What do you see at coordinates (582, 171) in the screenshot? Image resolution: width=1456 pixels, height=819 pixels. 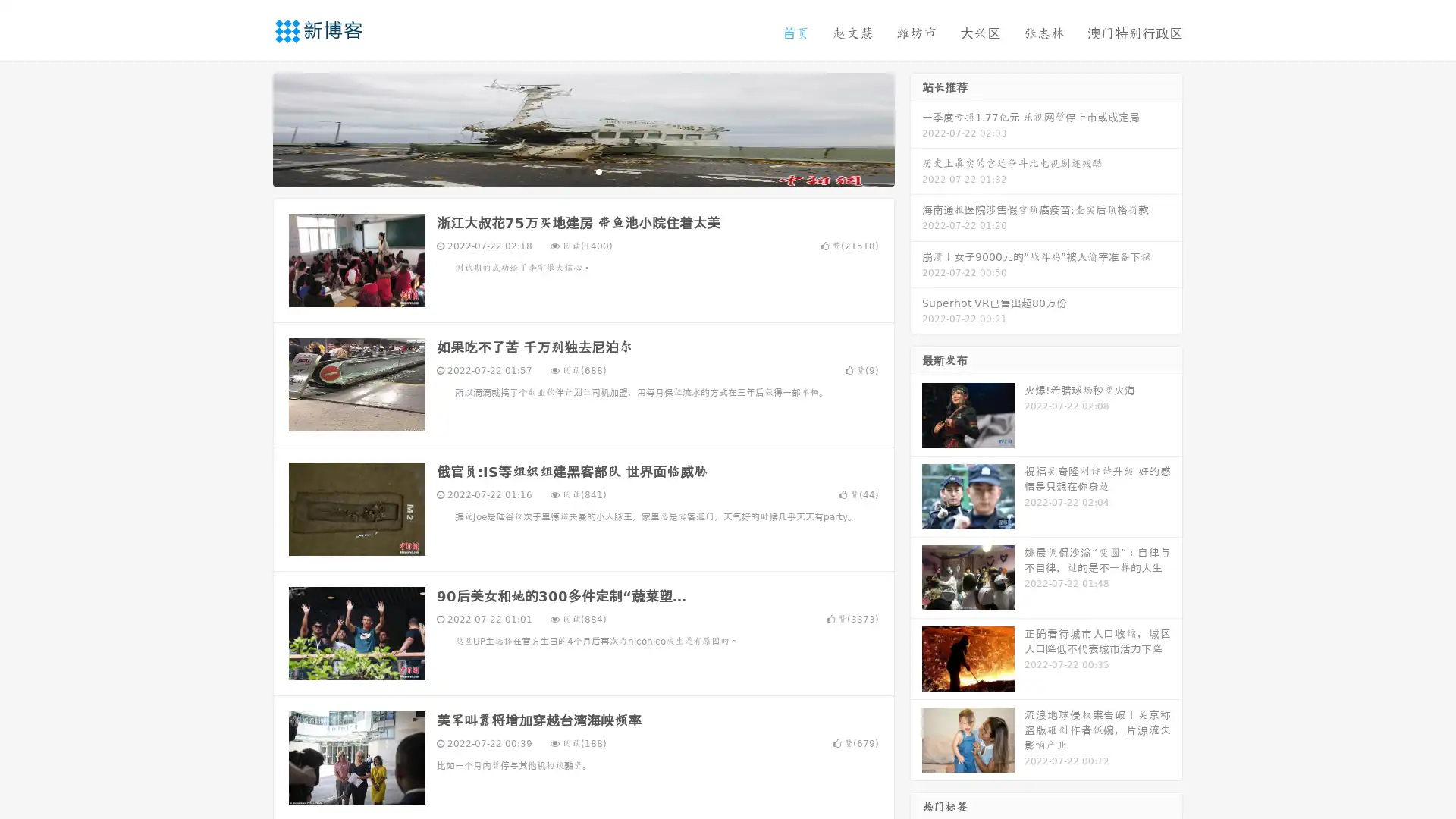 I see `Go to slide 2` at bounding box center [582, 171].